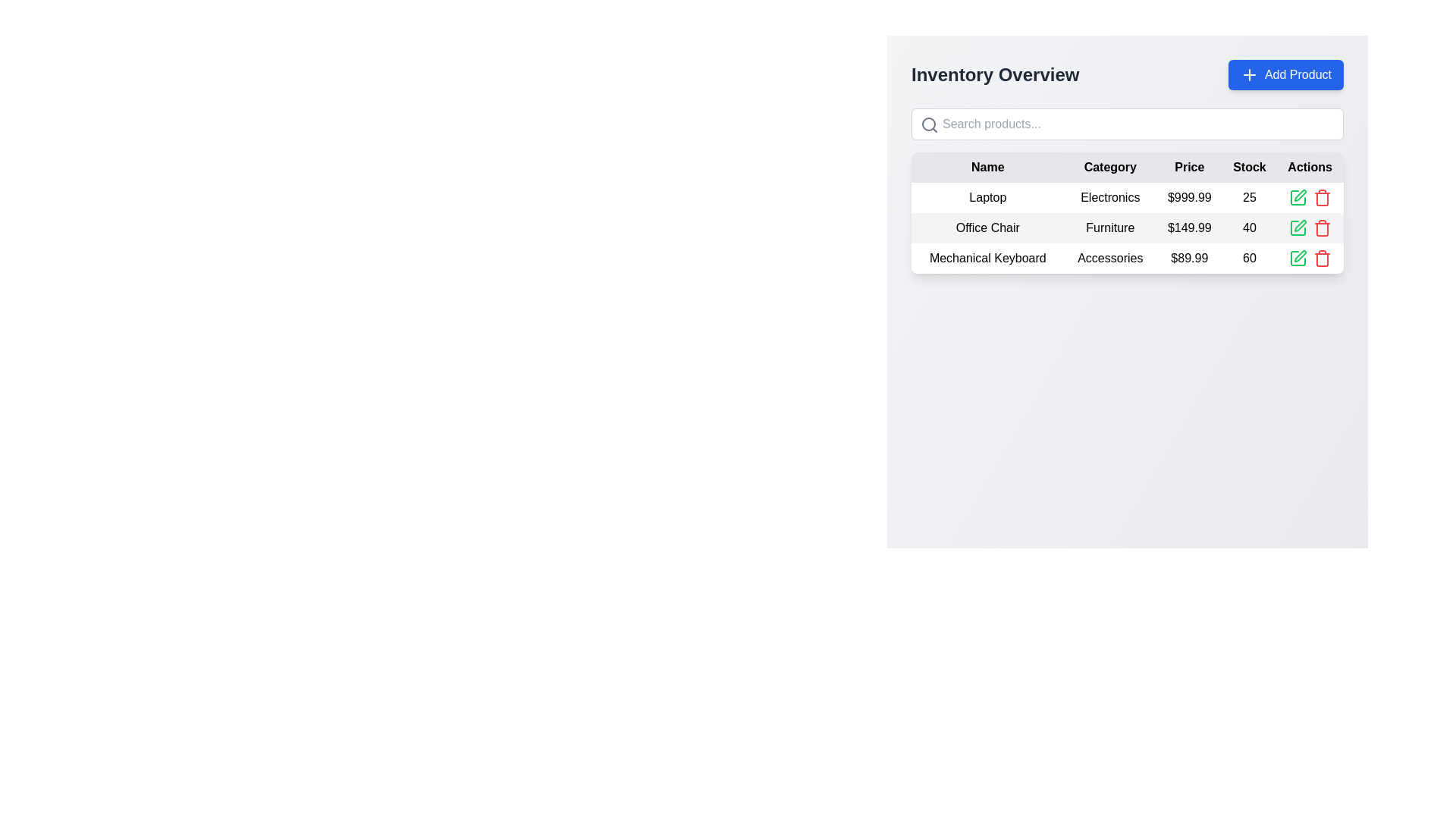 This screenshot has height=819, width=1456. Describe the element at coordinates (1297, 197) in the screenshot. I see `the edit button located in the 'Actions' column of the first row of the table under the 'Inventory Overview' section` at that location.